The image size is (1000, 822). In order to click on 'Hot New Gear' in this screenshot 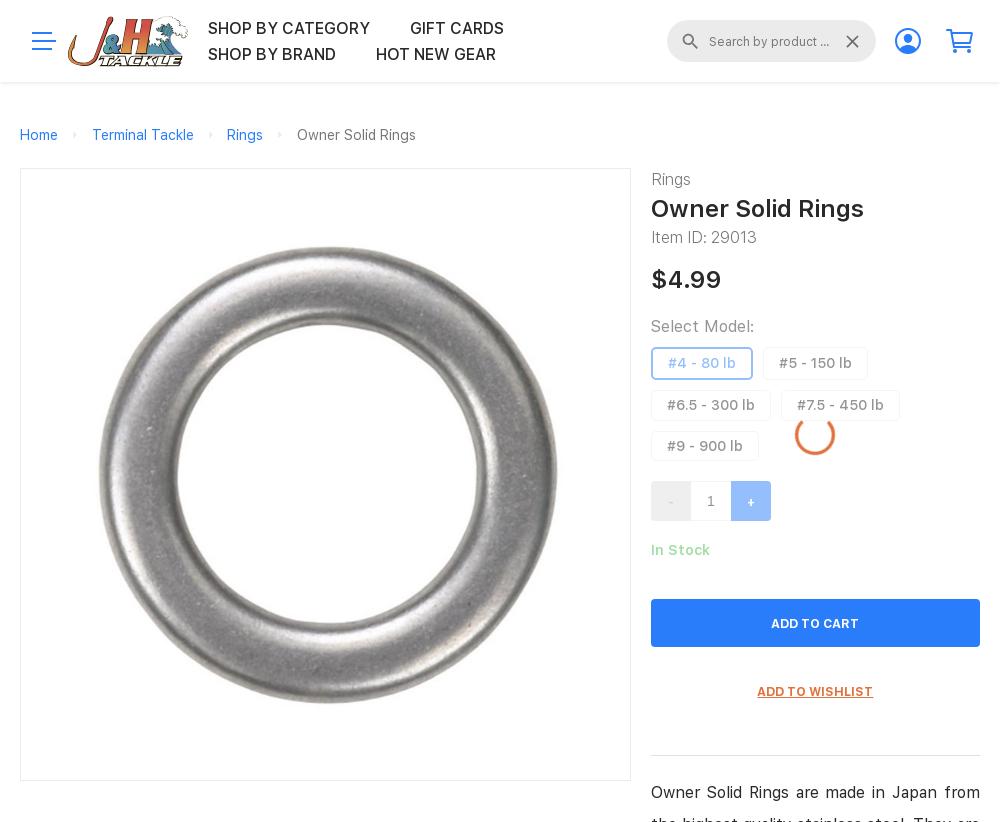, I will do `click(376, 53)`.